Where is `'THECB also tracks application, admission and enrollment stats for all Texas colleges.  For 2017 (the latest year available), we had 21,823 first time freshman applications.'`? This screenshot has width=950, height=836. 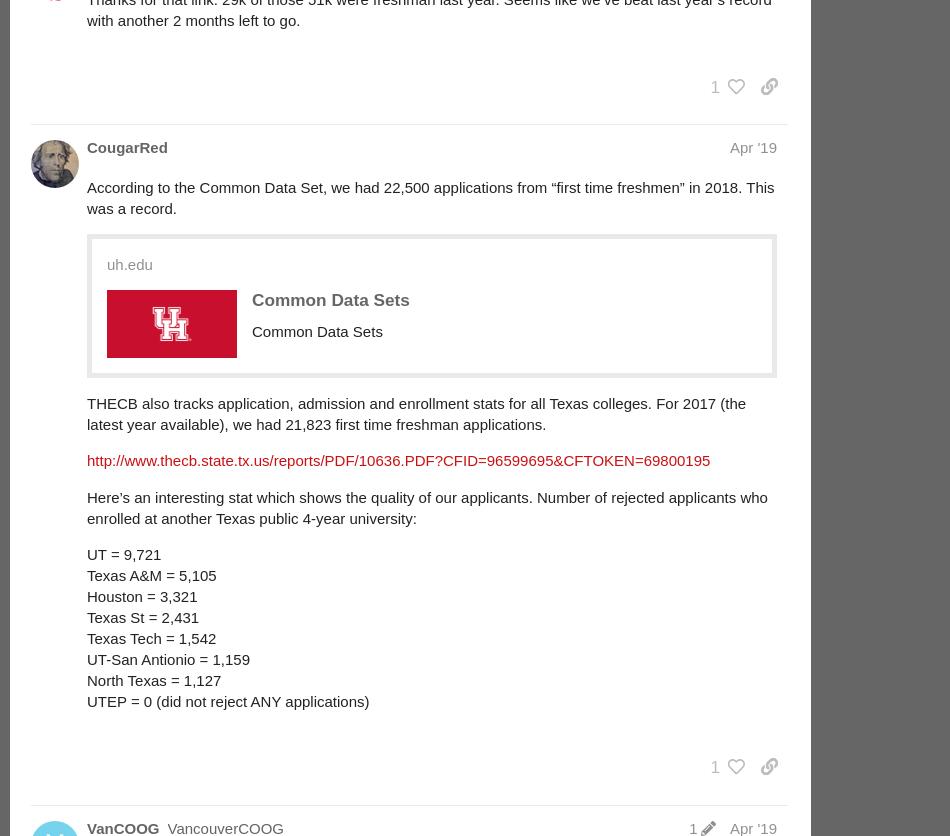
'THECB also tracks application, admission and enrollment stats for all Texas colleges.  For 2017 (the latest year available), we had 21,823 first time freshman applications.' is located at coordinates (415, 412).